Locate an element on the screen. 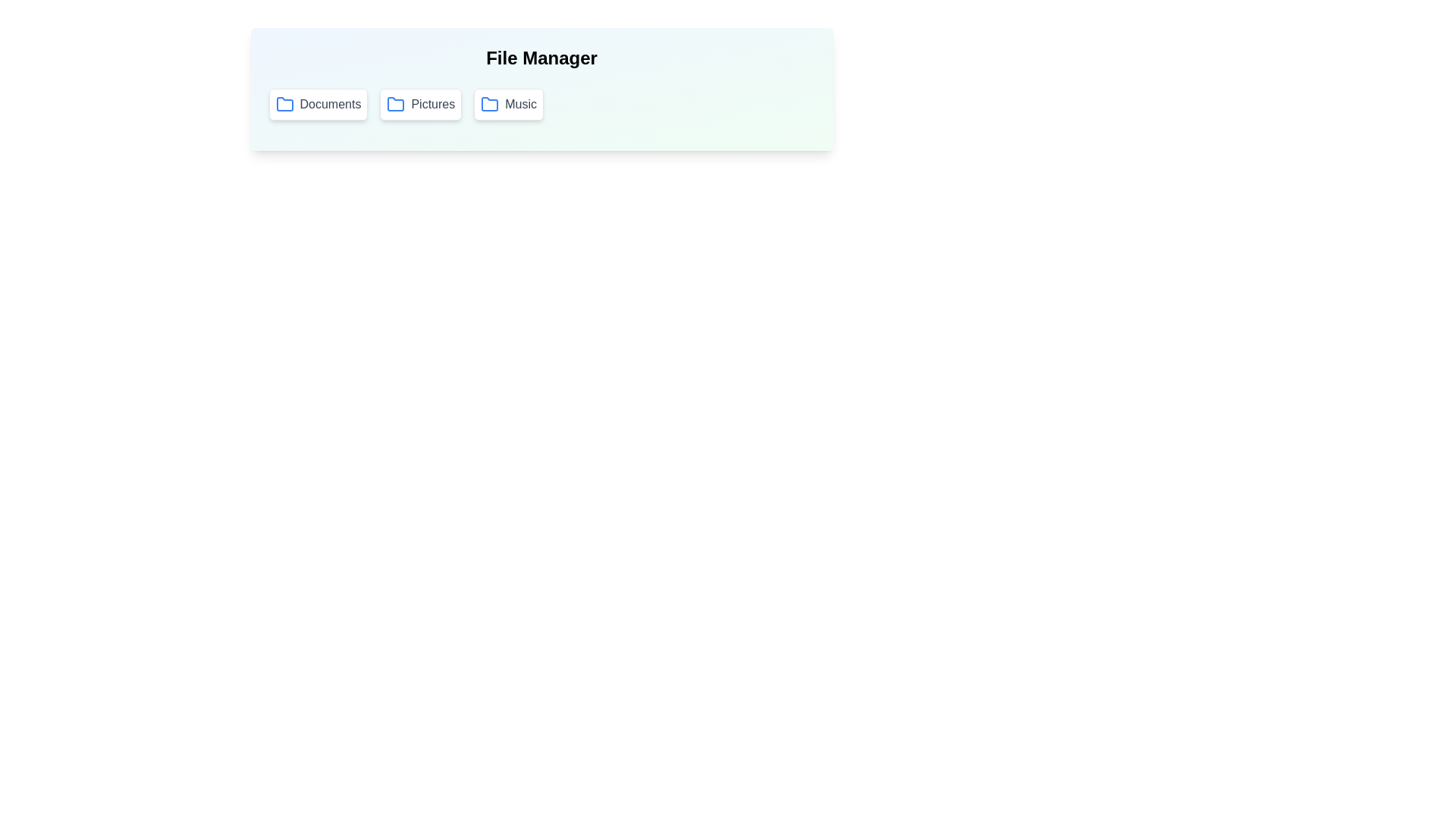 This screenshot has width=1456, height=819. the folder button labeled Pictures is located at coordinates (421, 104).